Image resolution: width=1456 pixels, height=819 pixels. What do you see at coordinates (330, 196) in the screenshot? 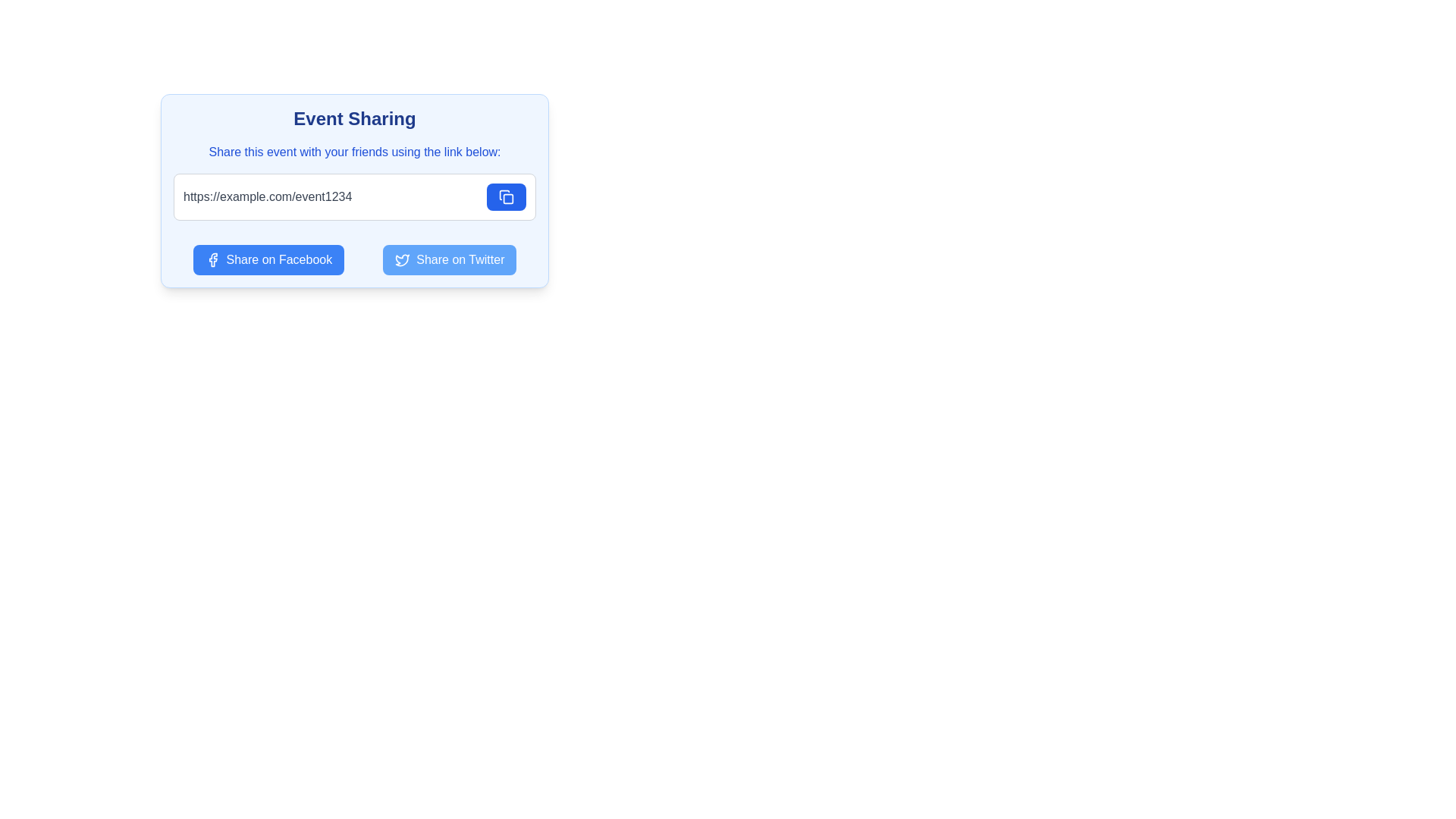
I see `the Text Input Field that allows the user` at bounding box center [330, 196].